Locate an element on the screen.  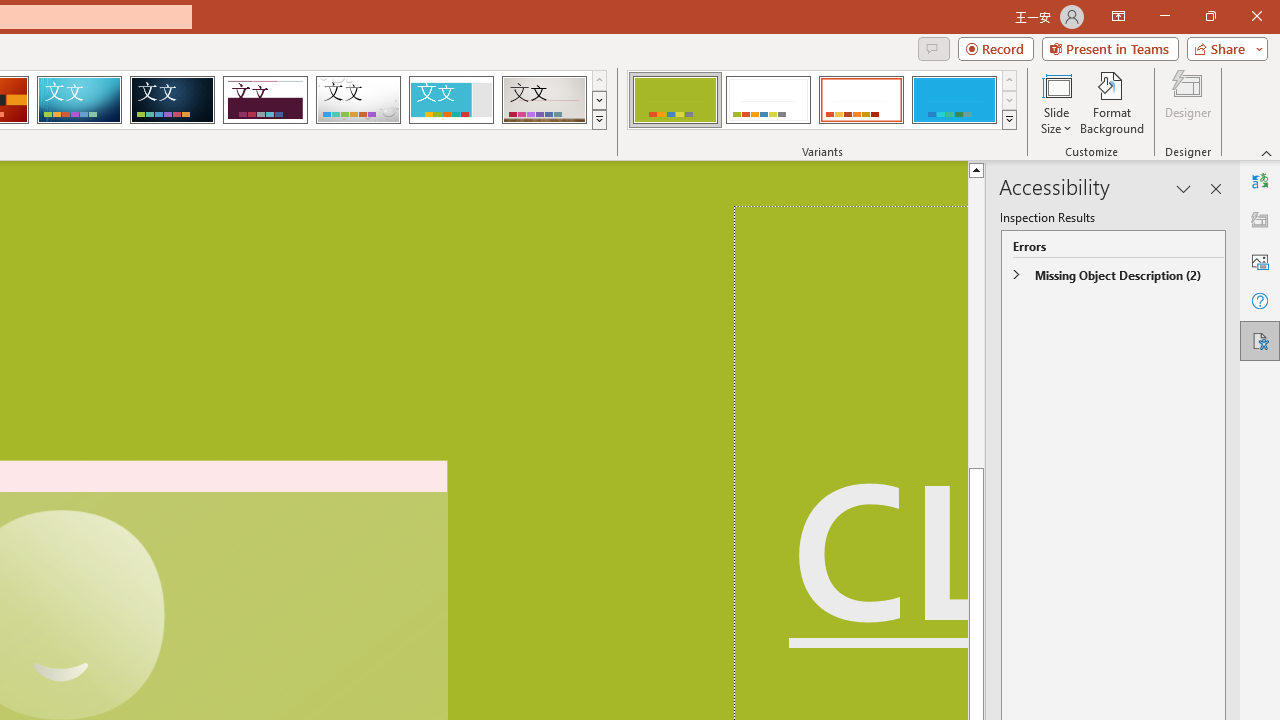
'Circuit' is located at coordinates (79, 100).